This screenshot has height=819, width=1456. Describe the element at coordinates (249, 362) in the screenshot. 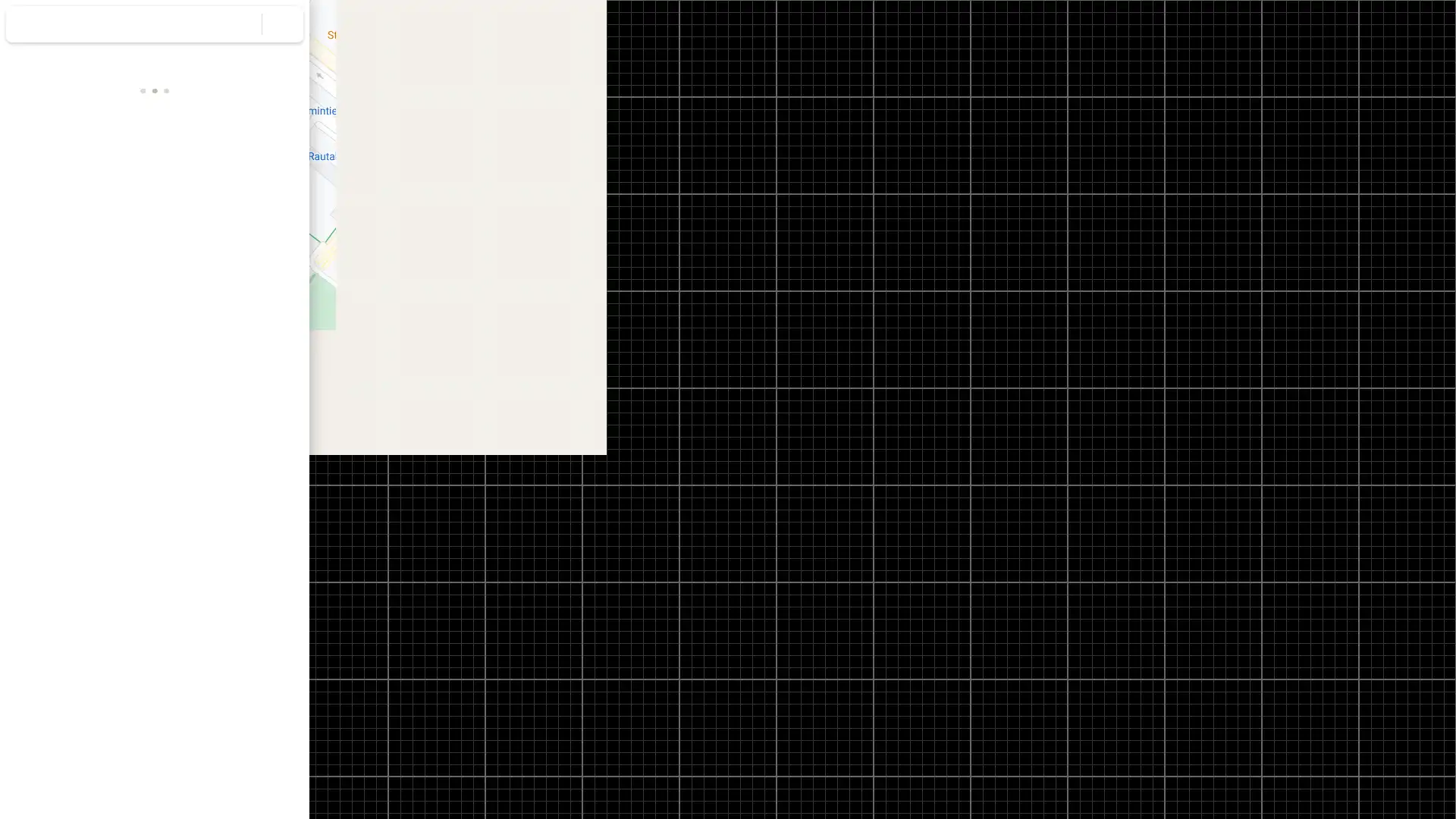

I see `Copy plus code` at that location.